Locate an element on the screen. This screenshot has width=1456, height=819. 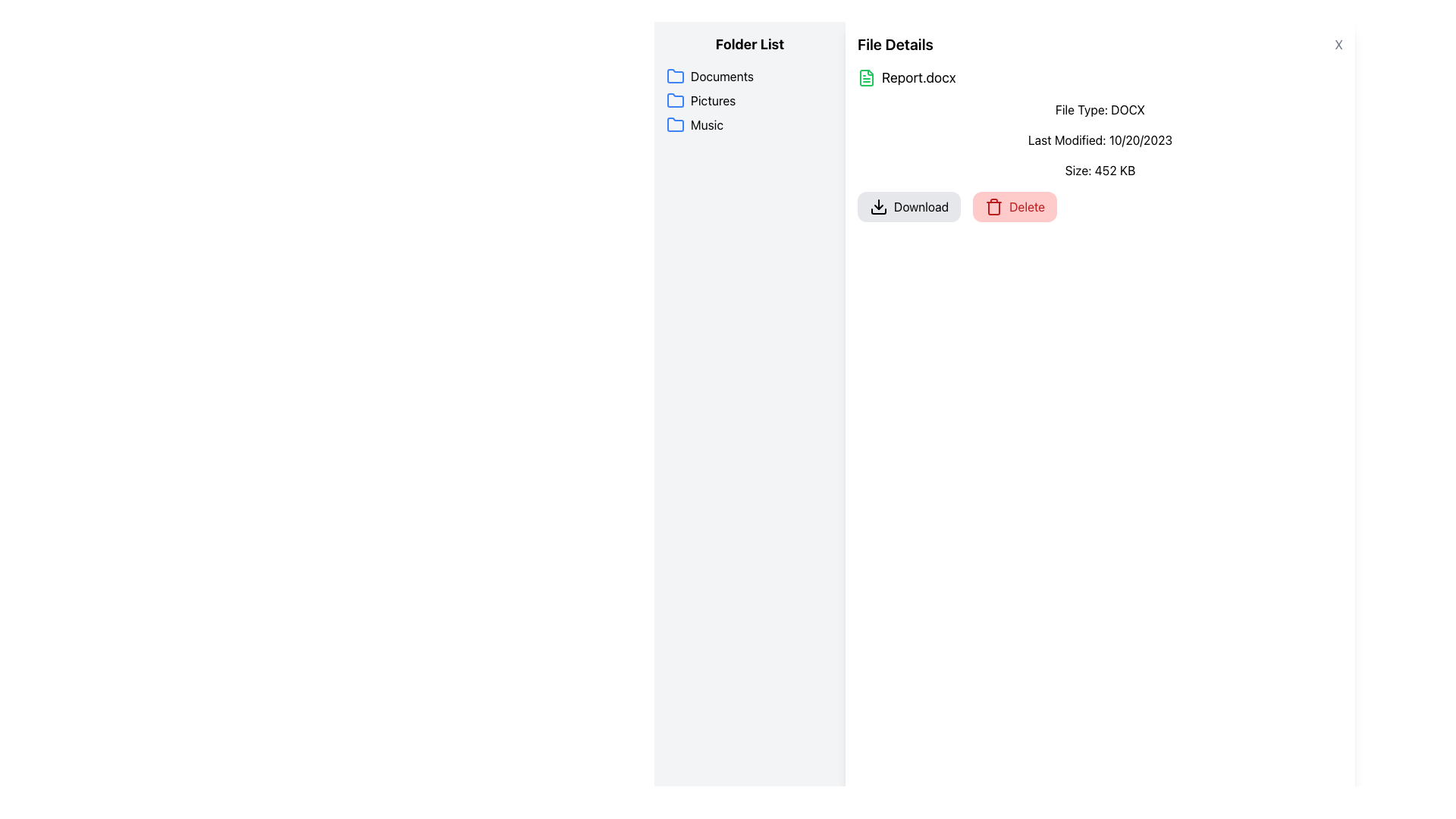
the text label displaying 'Size: 452 KB' located in the 'File Details' section, below the 'Last Modified' text is located at coordinates (1100, 170).